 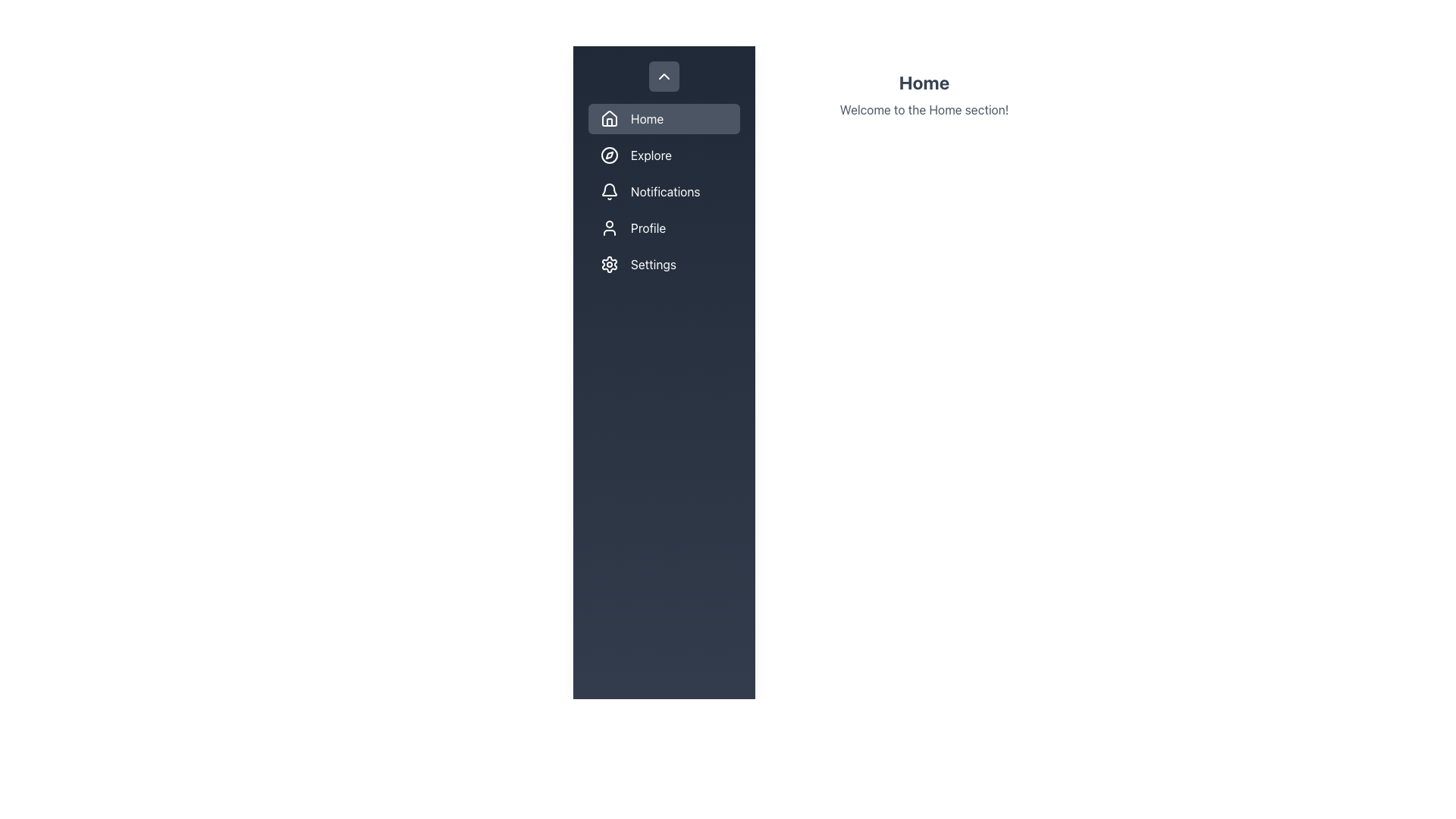 I want to click on the outlined bell icon located to the left of the 'Notifications' label in the dark vertical navigation panel, so click(x=610, y=191).